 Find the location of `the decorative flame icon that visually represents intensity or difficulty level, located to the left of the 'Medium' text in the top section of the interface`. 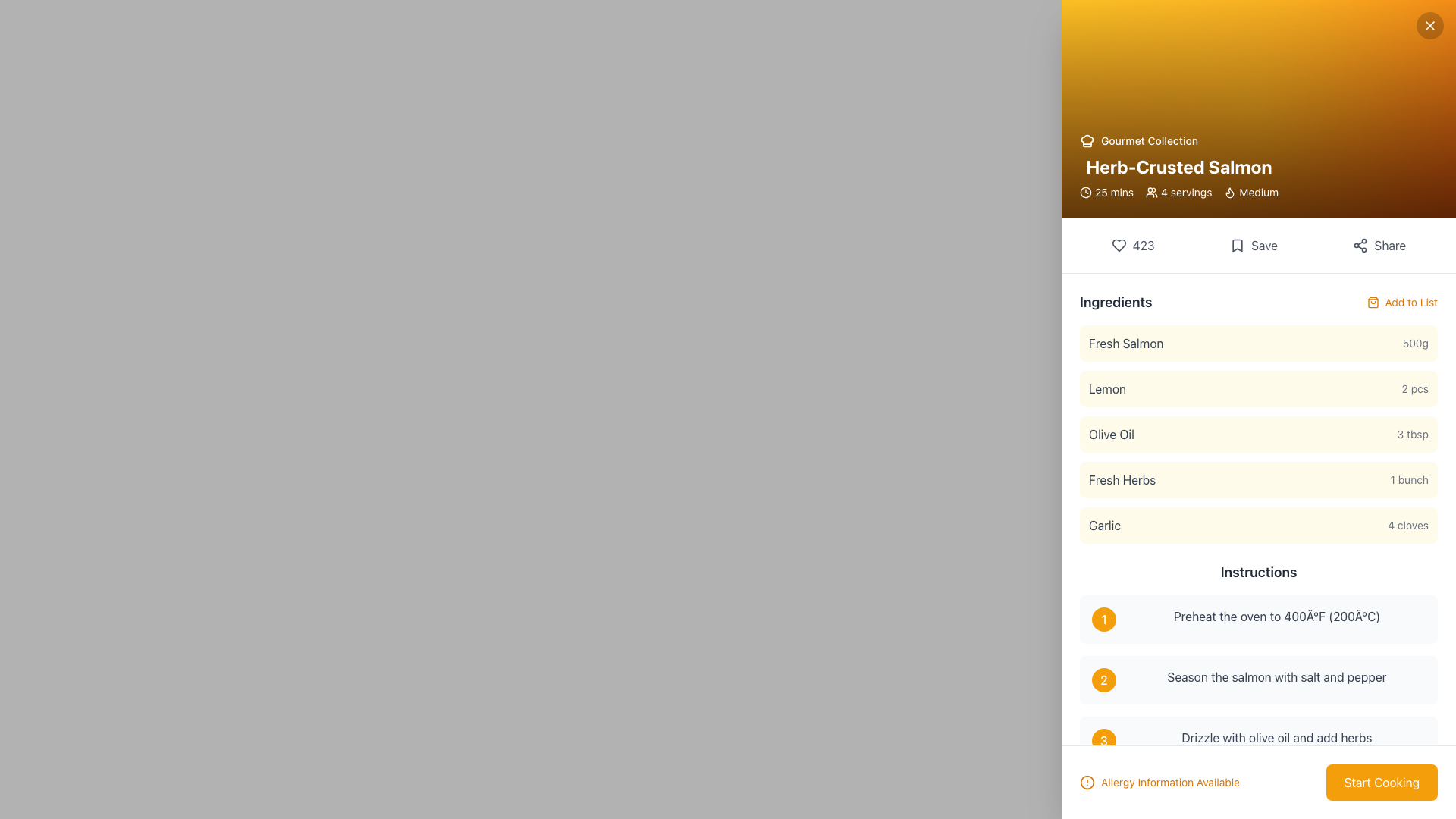

the decorative flame icon that visually represents intensity or difficulty level, located to the left of the 'Medium' text in the top section of the interface is located at coordinates (1230, 192).